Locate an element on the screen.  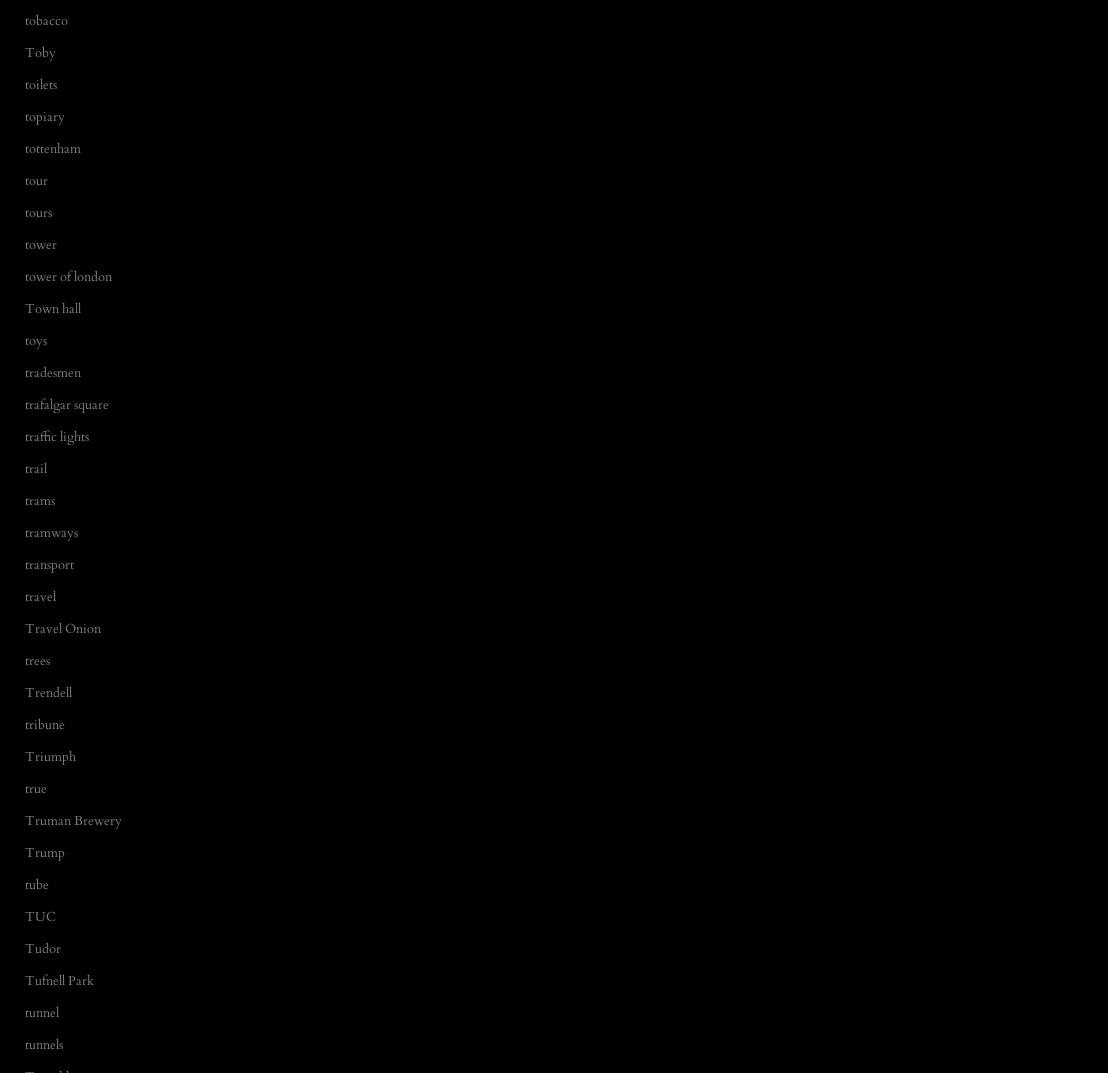
'tramways' is located at coordinates (50, 530).